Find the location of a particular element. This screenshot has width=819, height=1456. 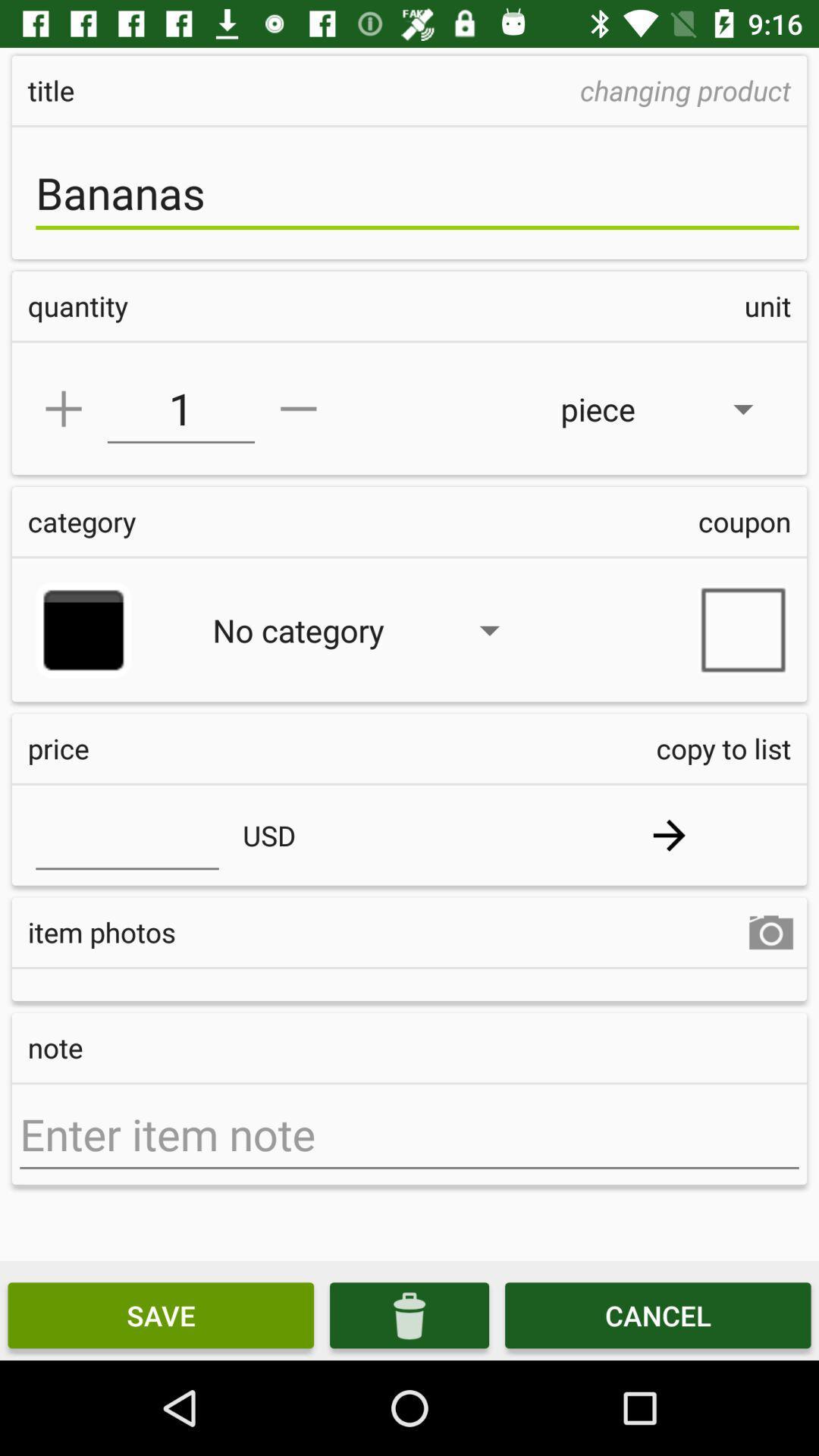

the cancel icon is located at coordinates (657, 1314).